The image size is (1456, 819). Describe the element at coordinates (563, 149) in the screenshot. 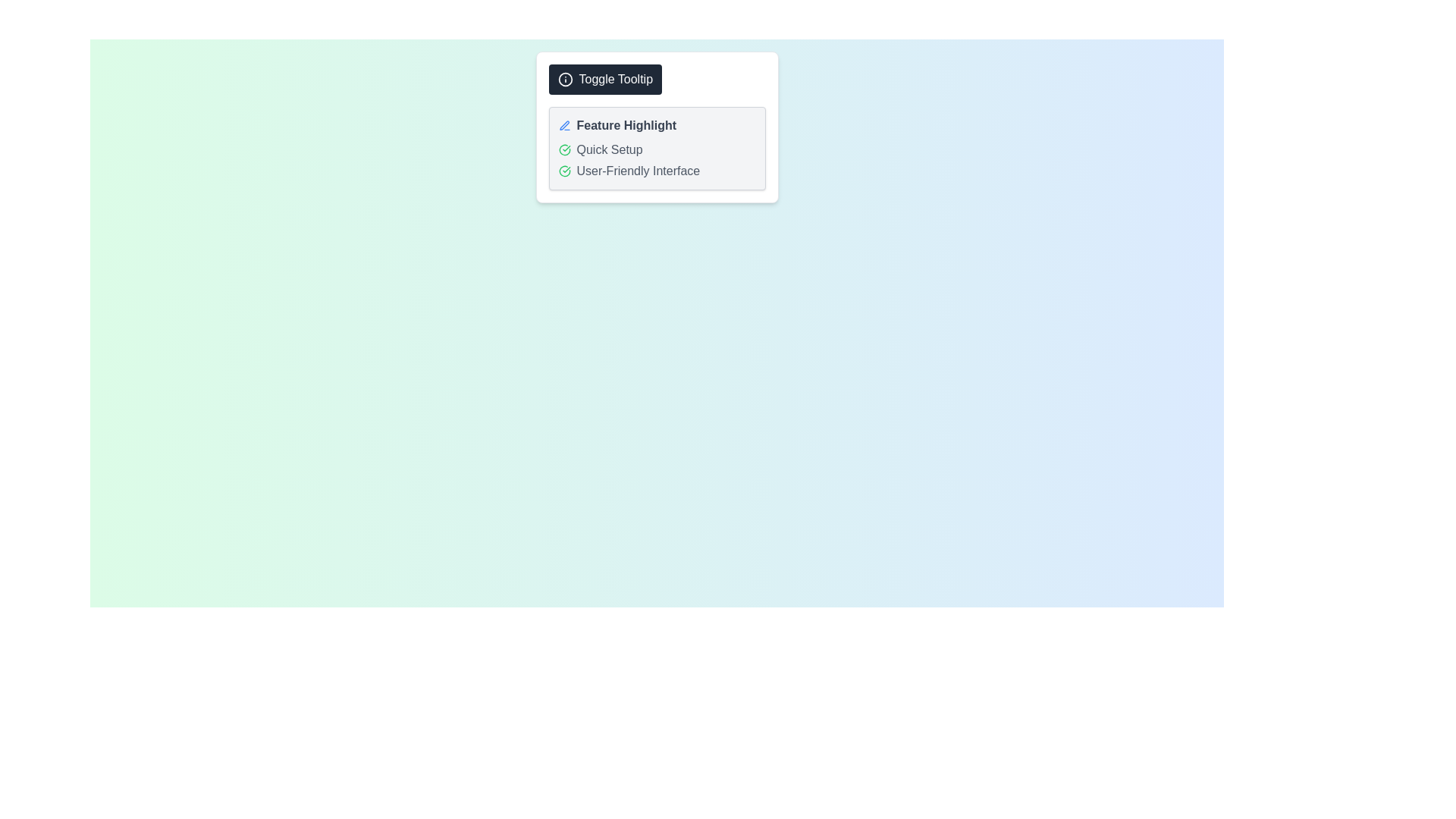

I see `the leftmost curved line of the check-mark circle icon within the SVG graphic, located above and to the right of the 'User-Friendly Interface' text` at that location.